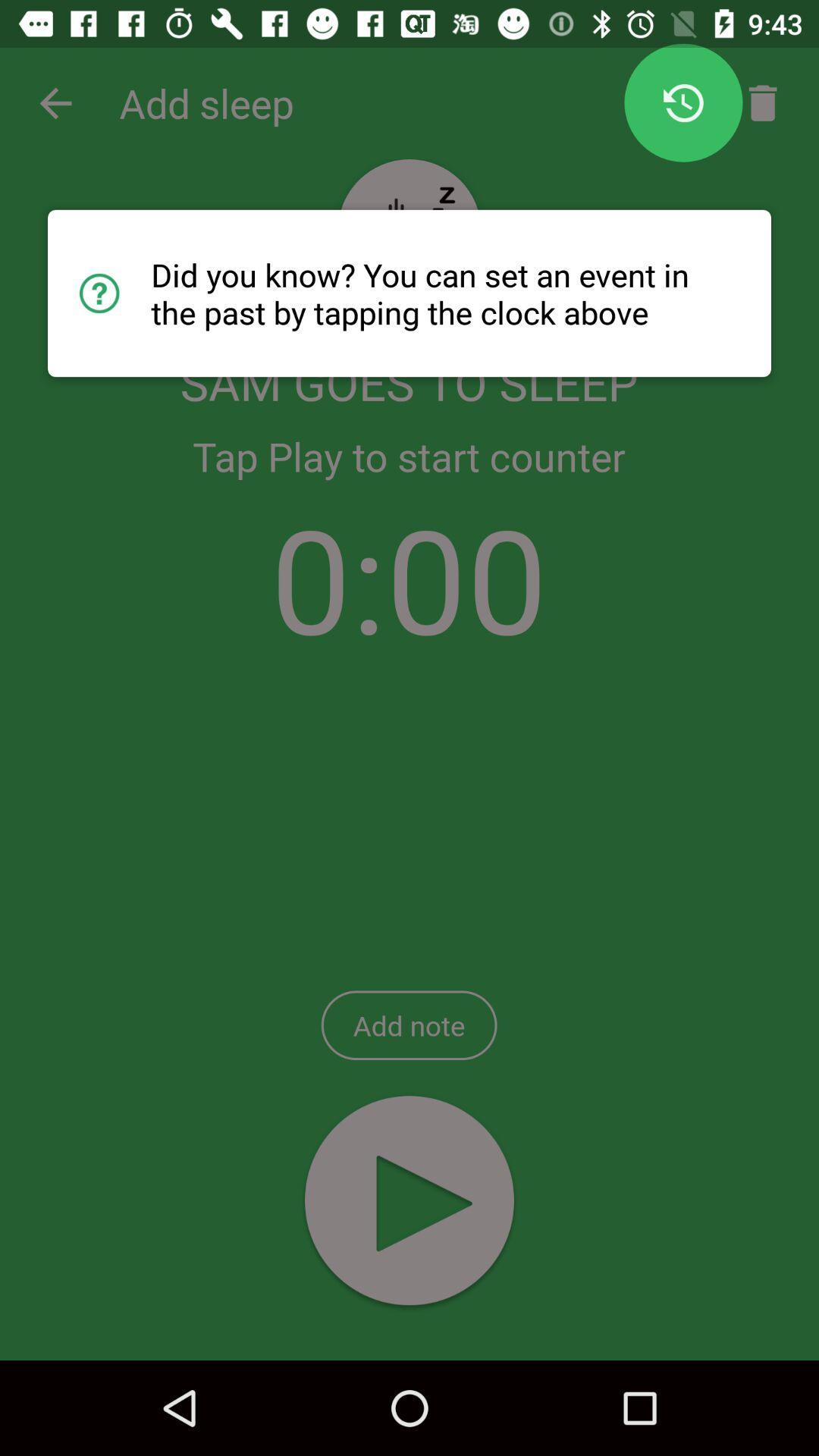 This screenshot has height=1456, width=819. Describe the element at coordinates (408, 1025) in the screenshot. I see `add note item` at that location.